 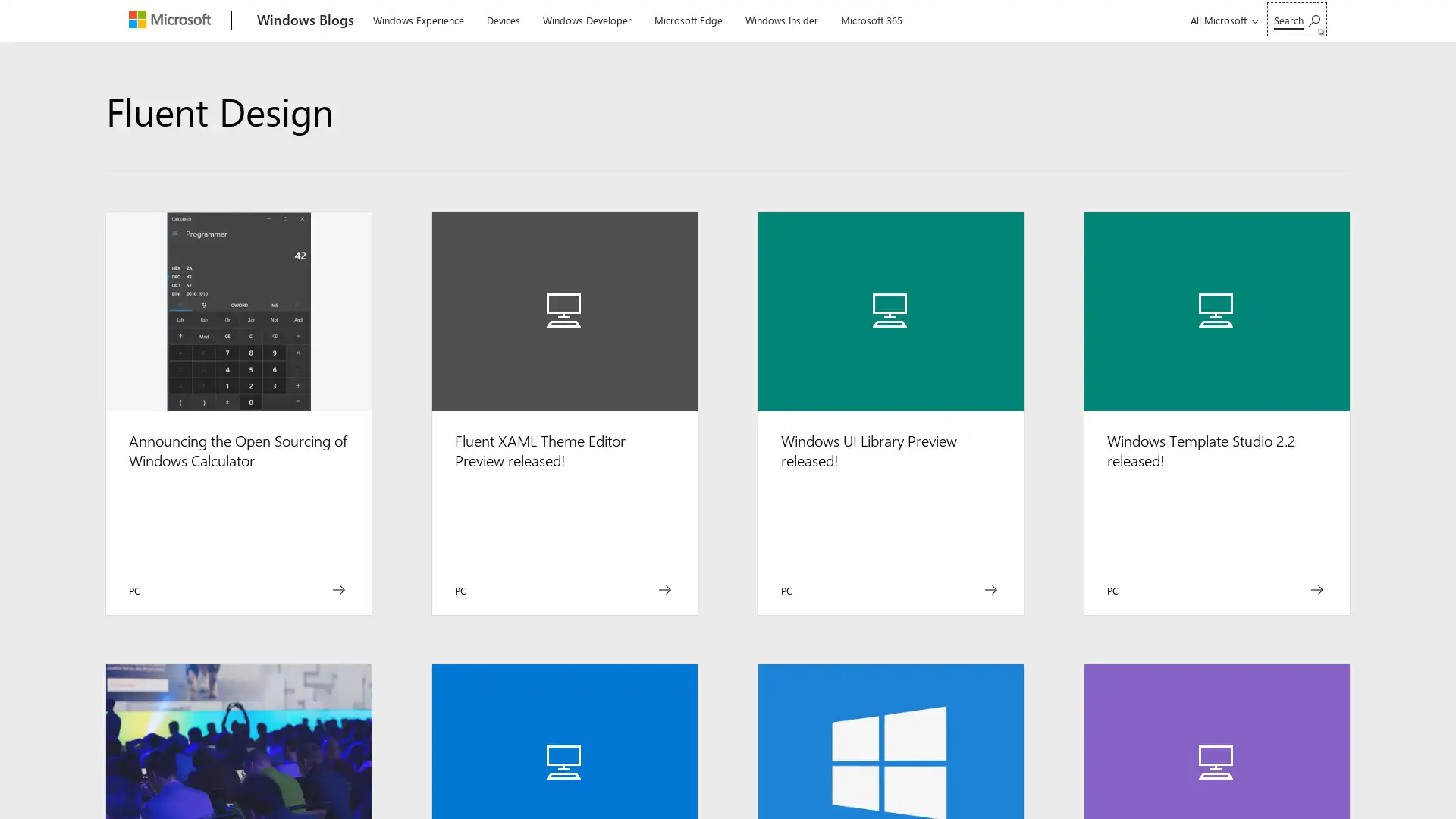 What do you see at coordinates (1222, 20) in the screenshot?
I see `All Microsoft expand to see list of Microsoft products and services` at bounding box center [1222, 20].